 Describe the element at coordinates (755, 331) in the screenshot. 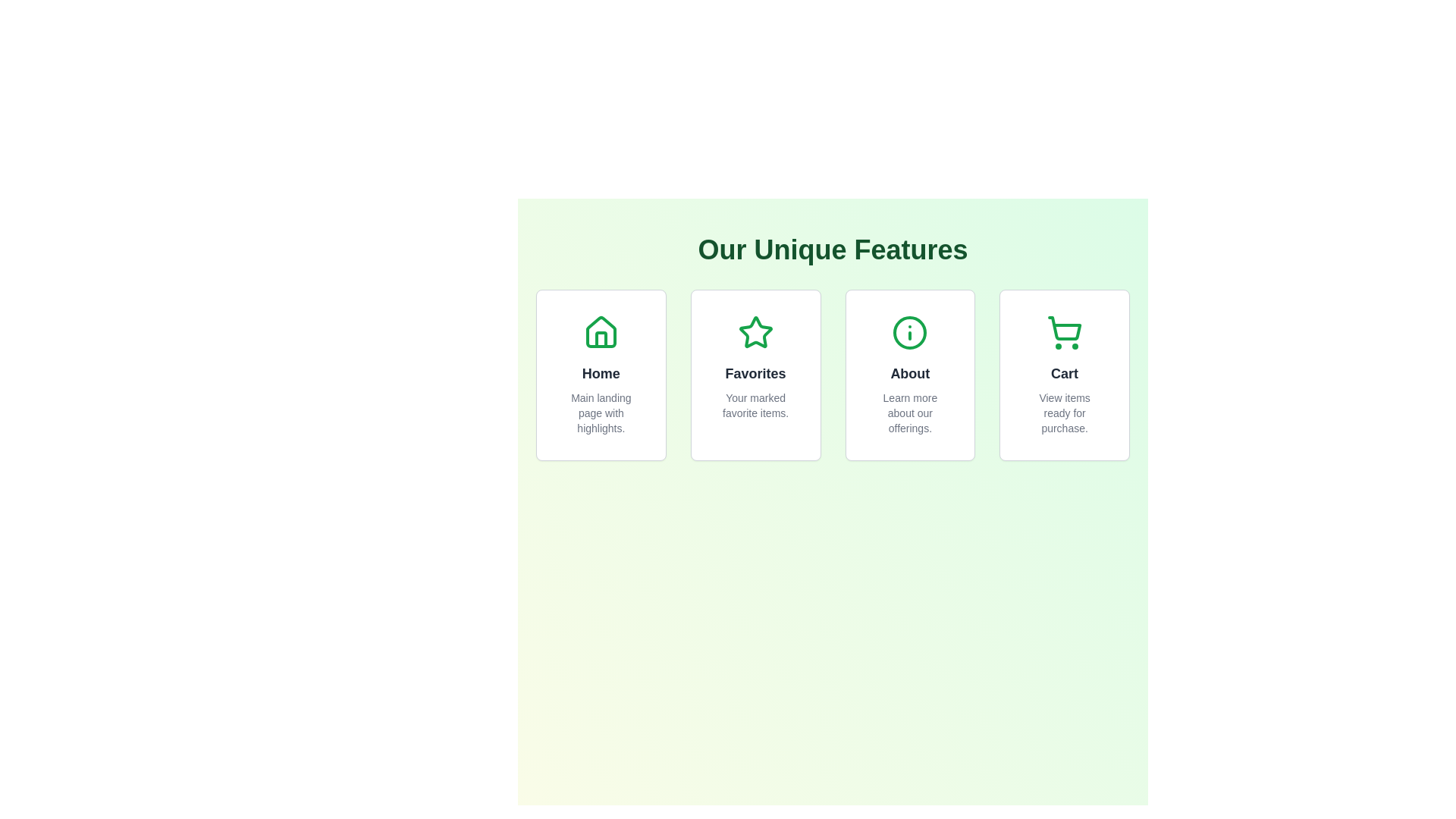

I see `the star icon located in the 'Favorites' card` at that location.